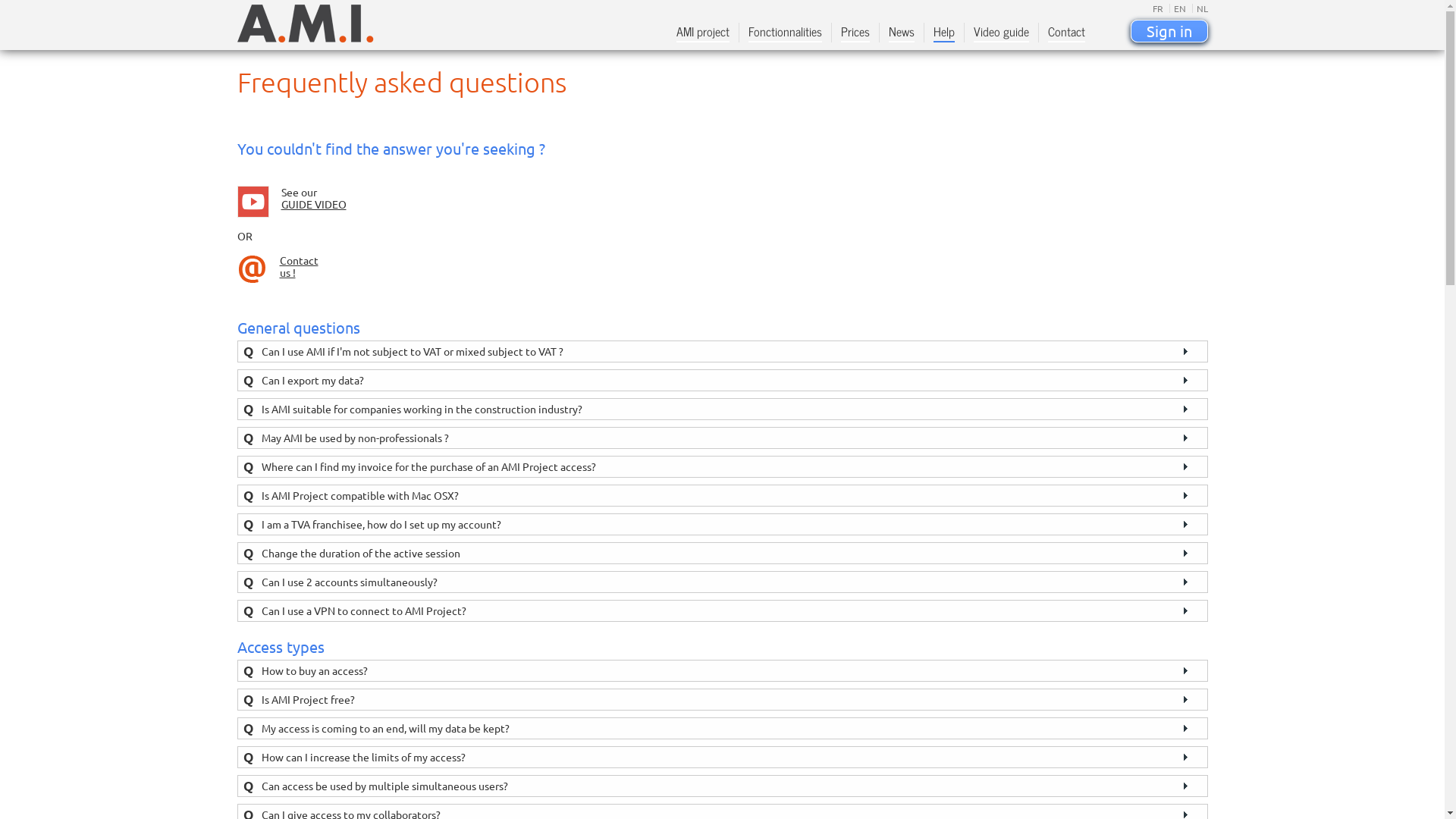  Describe the element at coordinates (1199, 8) in the screenshot. I see `'NL'` at that location.